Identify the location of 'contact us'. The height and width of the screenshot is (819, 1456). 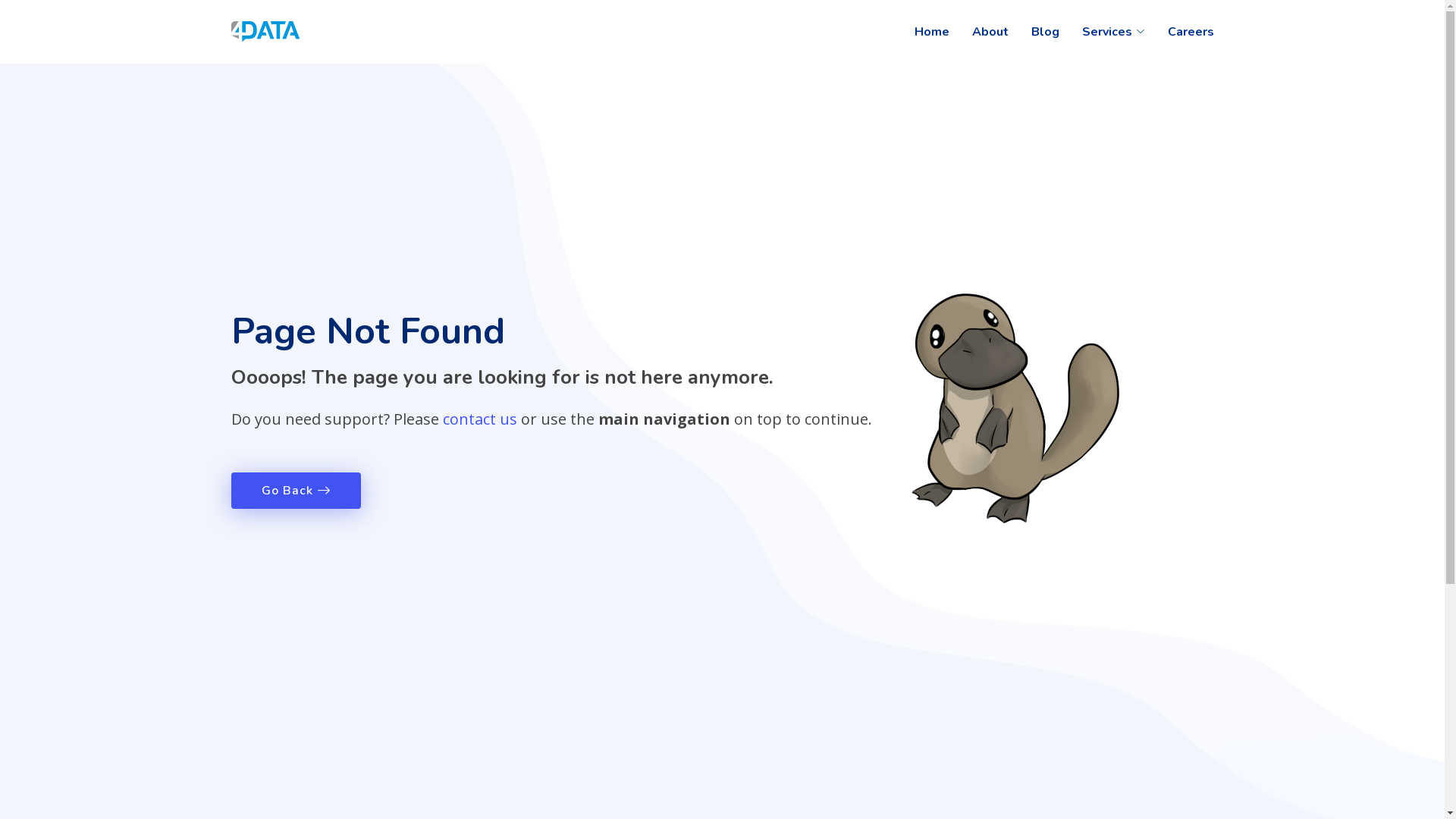
(479, 419).